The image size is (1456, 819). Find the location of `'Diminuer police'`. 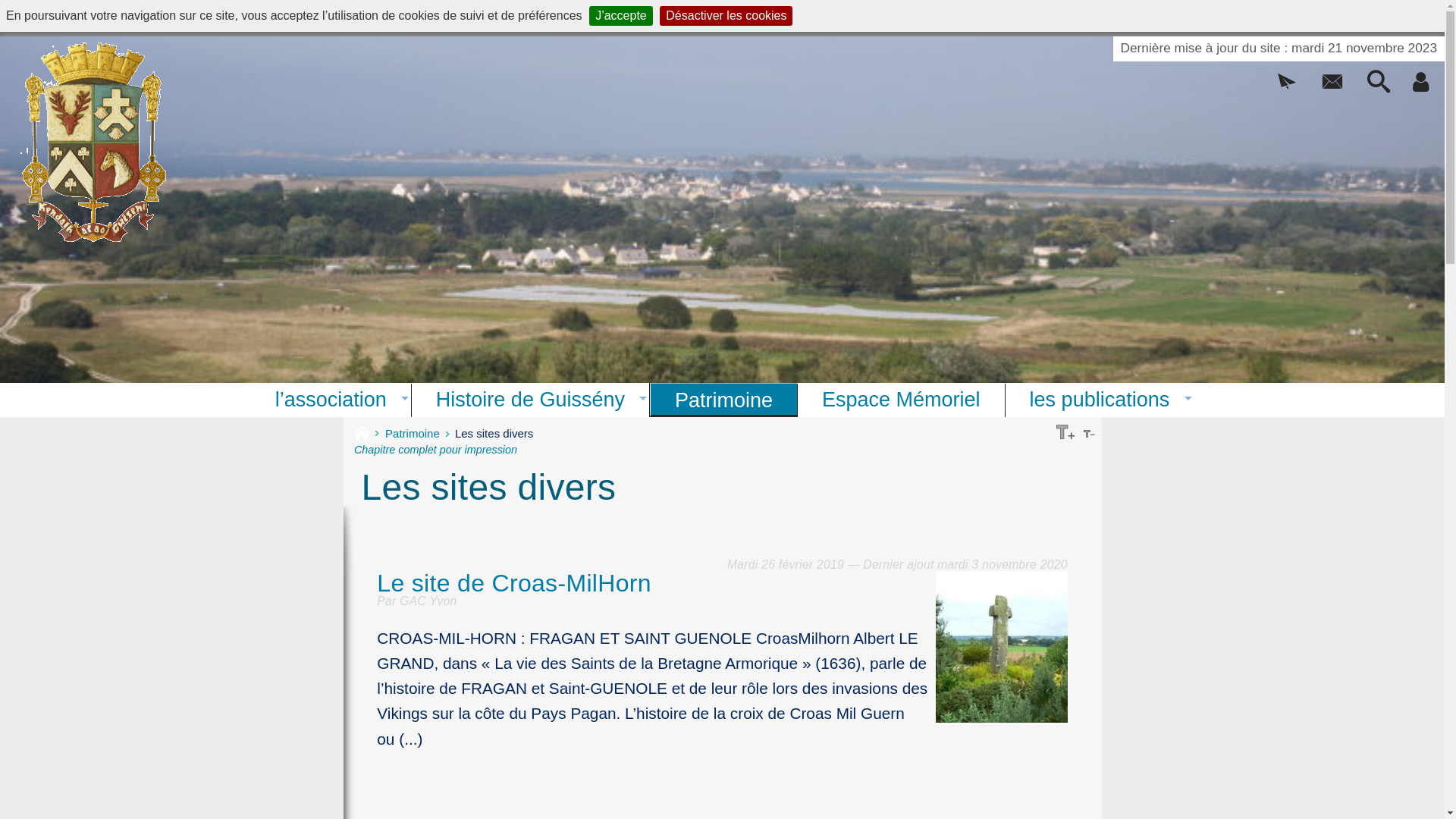

'Diminuer police' is located at coordinates (1087, 431).